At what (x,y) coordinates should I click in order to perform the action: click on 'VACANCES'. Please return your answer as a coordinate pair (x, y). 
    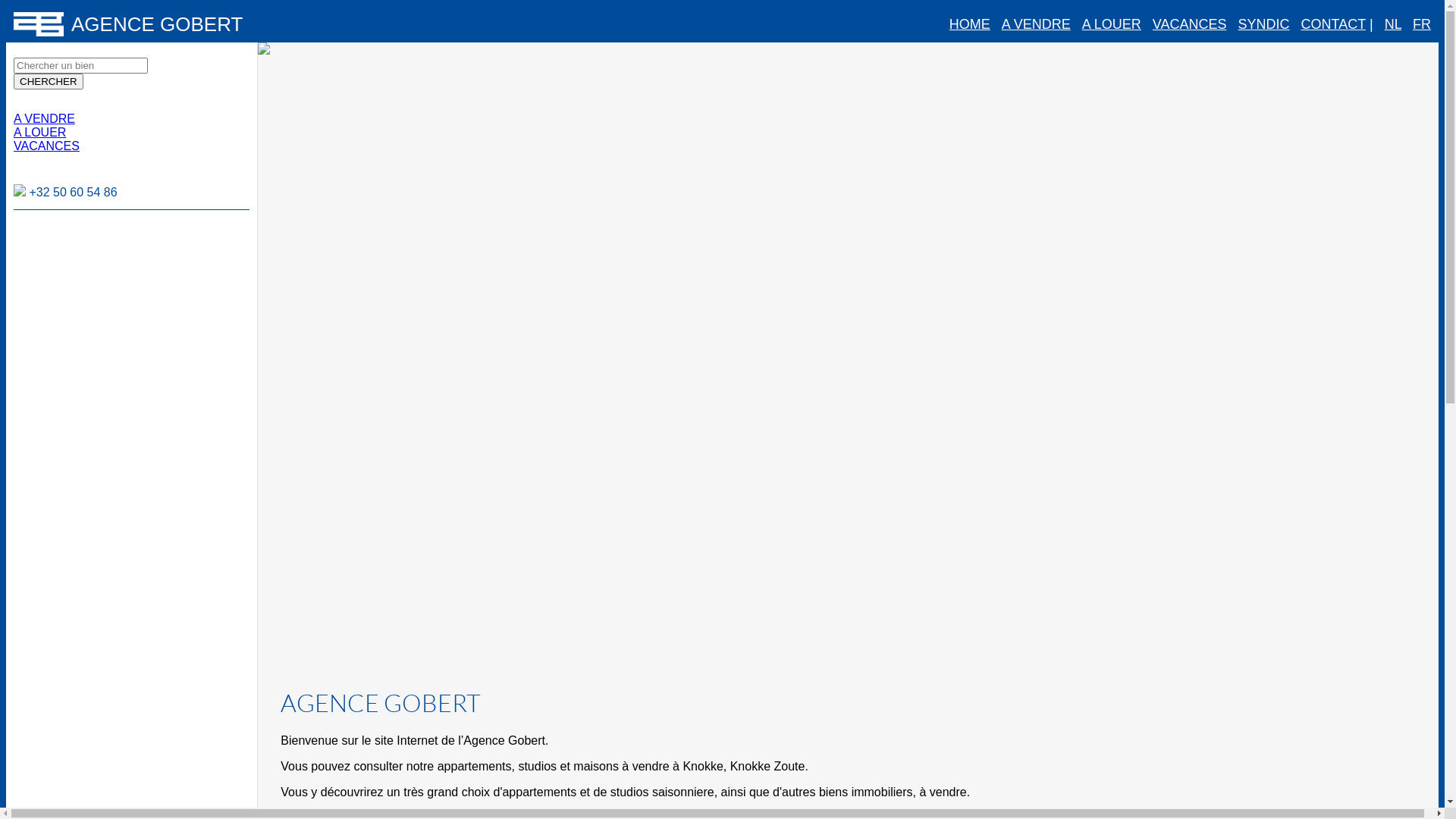
    Looking at the image, I should click on (46, 146).